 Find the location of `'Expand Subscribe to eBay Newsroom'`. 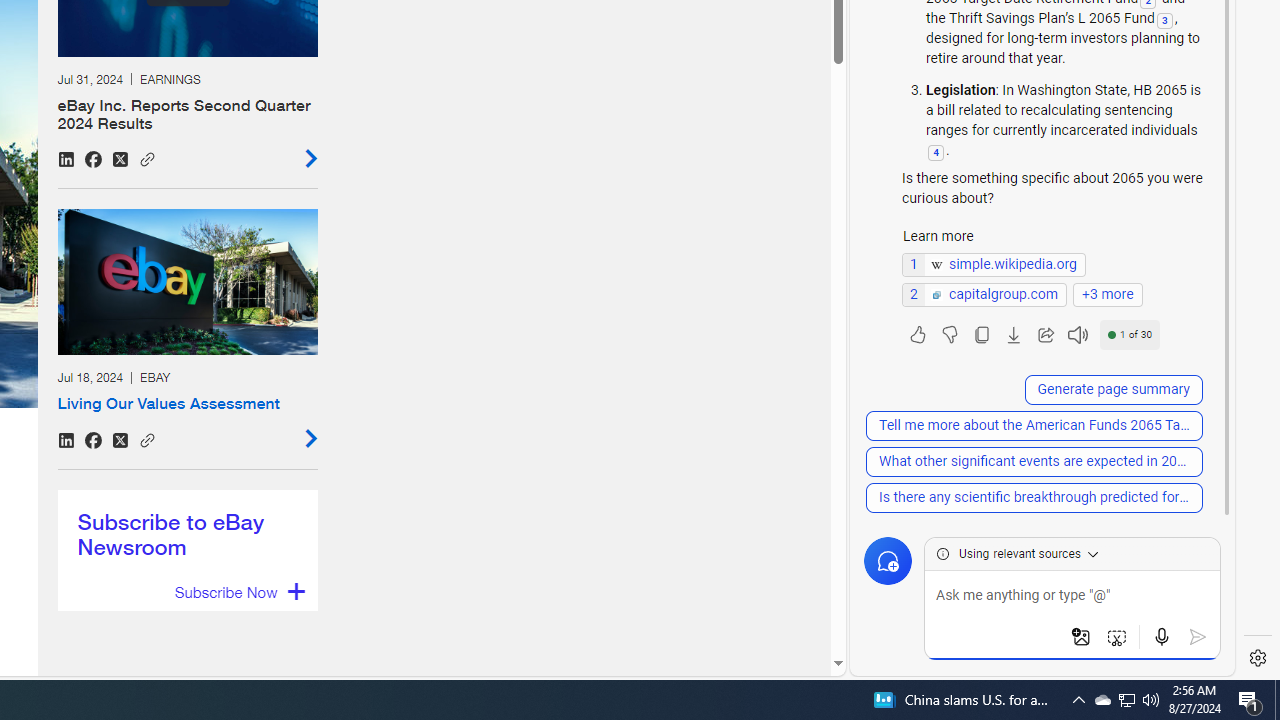

'Expand Subscribe to eBay Newsroom' is located at coordinates (238, 591).